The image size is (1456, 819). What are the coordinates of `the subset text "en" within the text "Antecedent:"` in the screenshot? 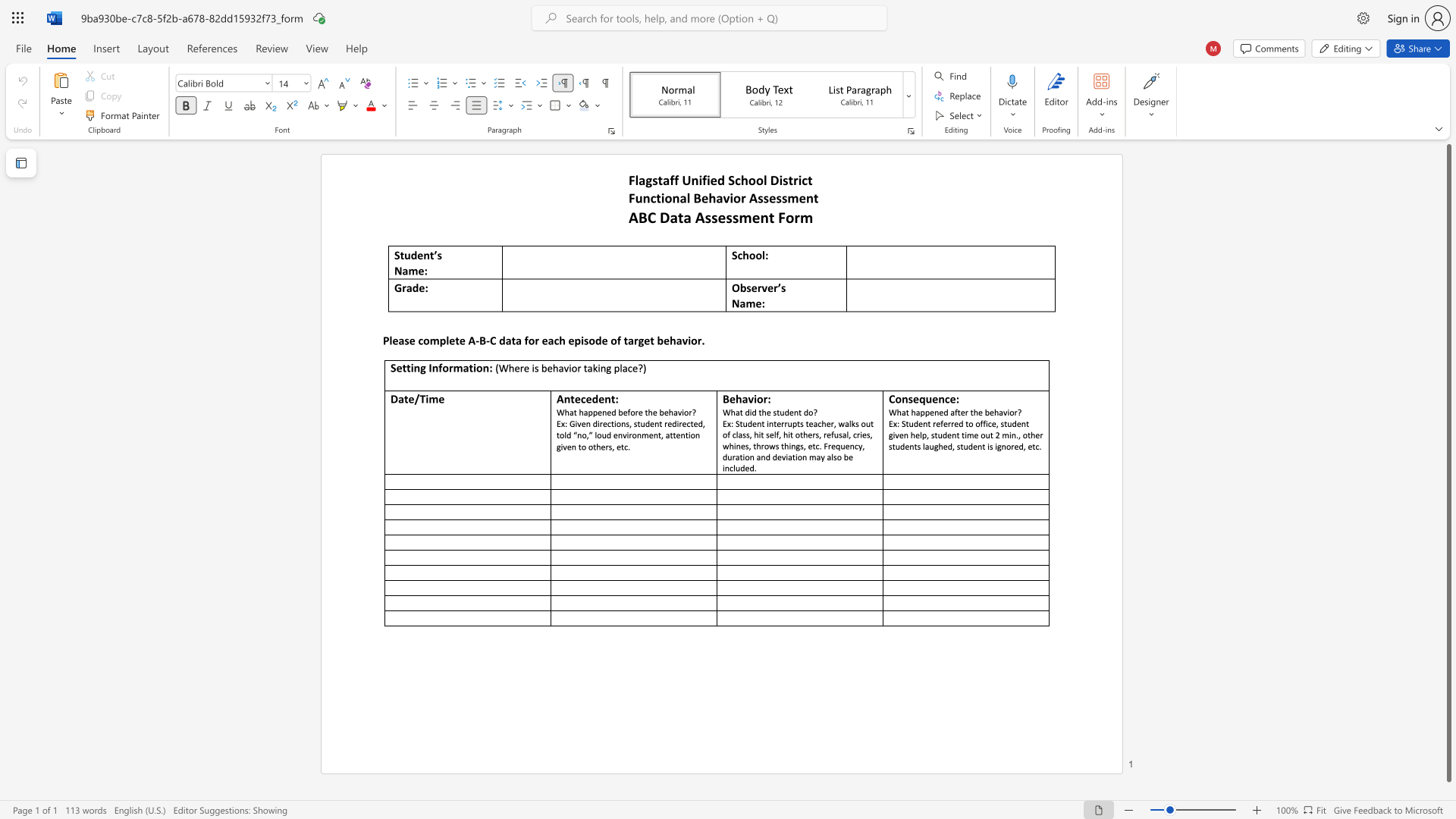 It's located at (598, 398).